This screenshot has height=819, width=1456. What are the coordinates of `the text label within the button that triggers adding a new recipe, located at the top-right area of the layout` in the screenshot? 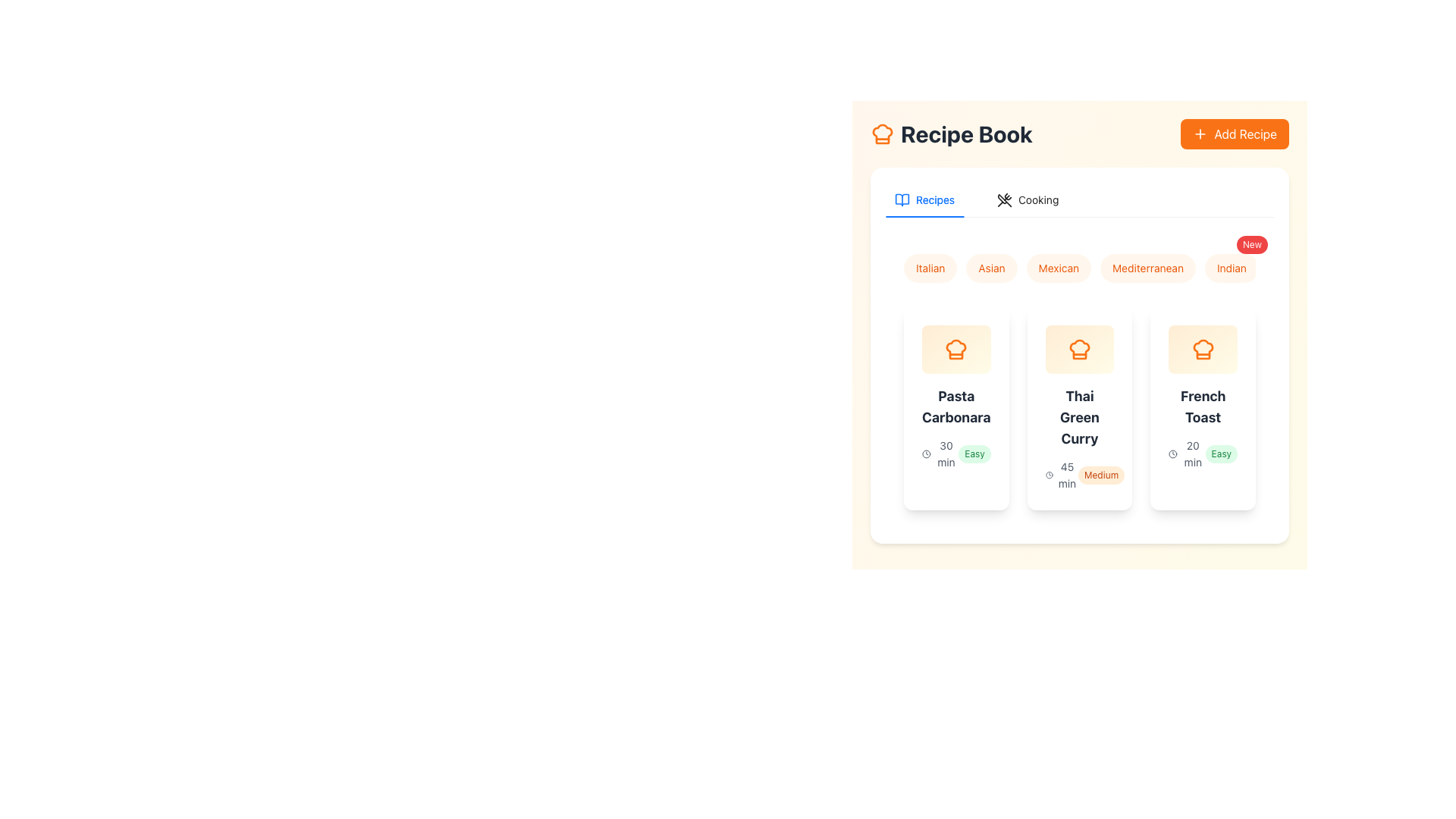 It's located at (1245, 133).